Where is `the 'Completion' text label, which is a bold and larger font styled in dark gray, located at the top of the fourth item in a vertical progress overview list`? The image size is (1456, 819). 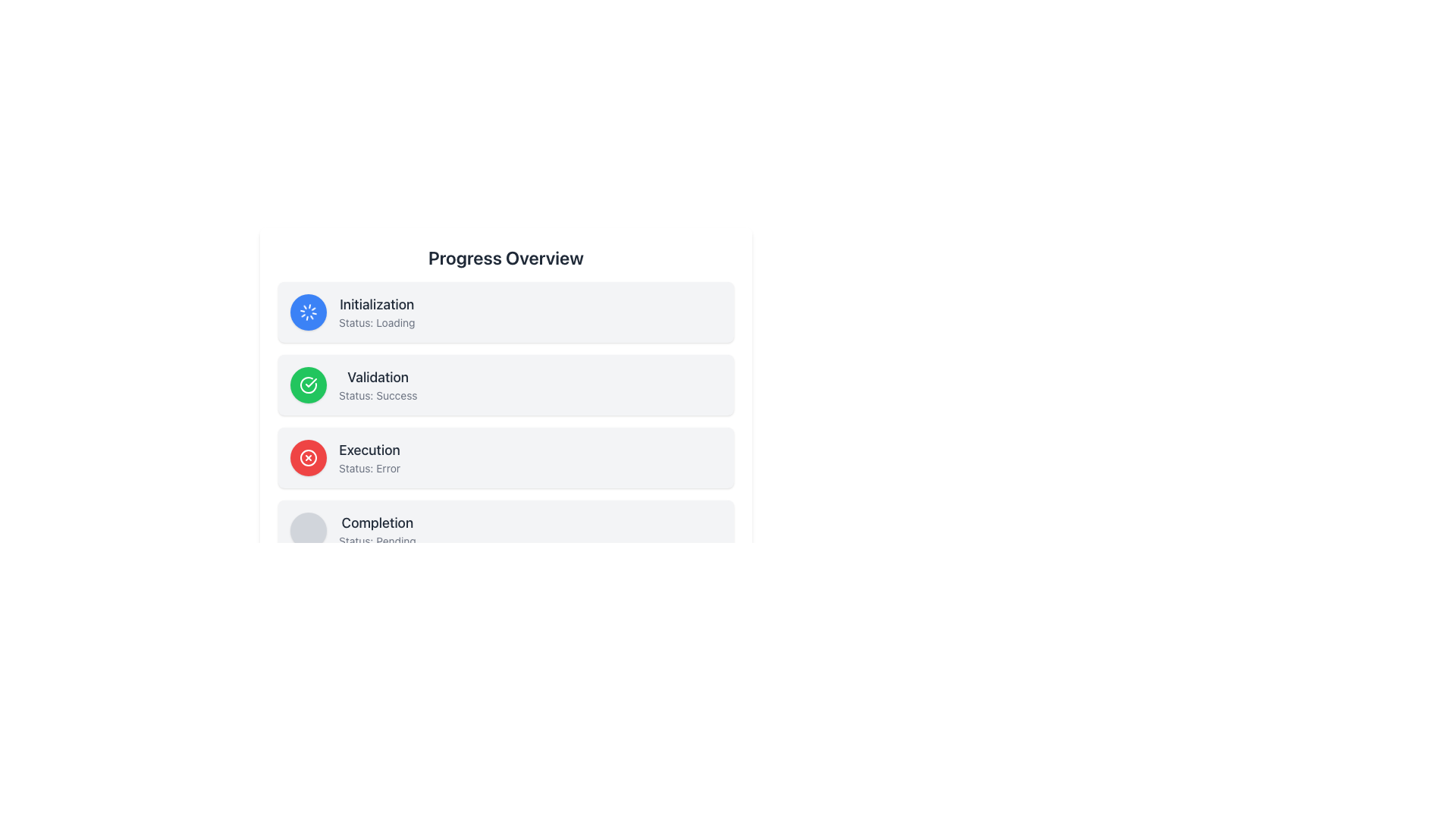
the 'Completion' text label, which is a bold and larger font styled in dark gray, located at the top of the fourth item in a vertical progress overview list is located at coordinates (377, 522).